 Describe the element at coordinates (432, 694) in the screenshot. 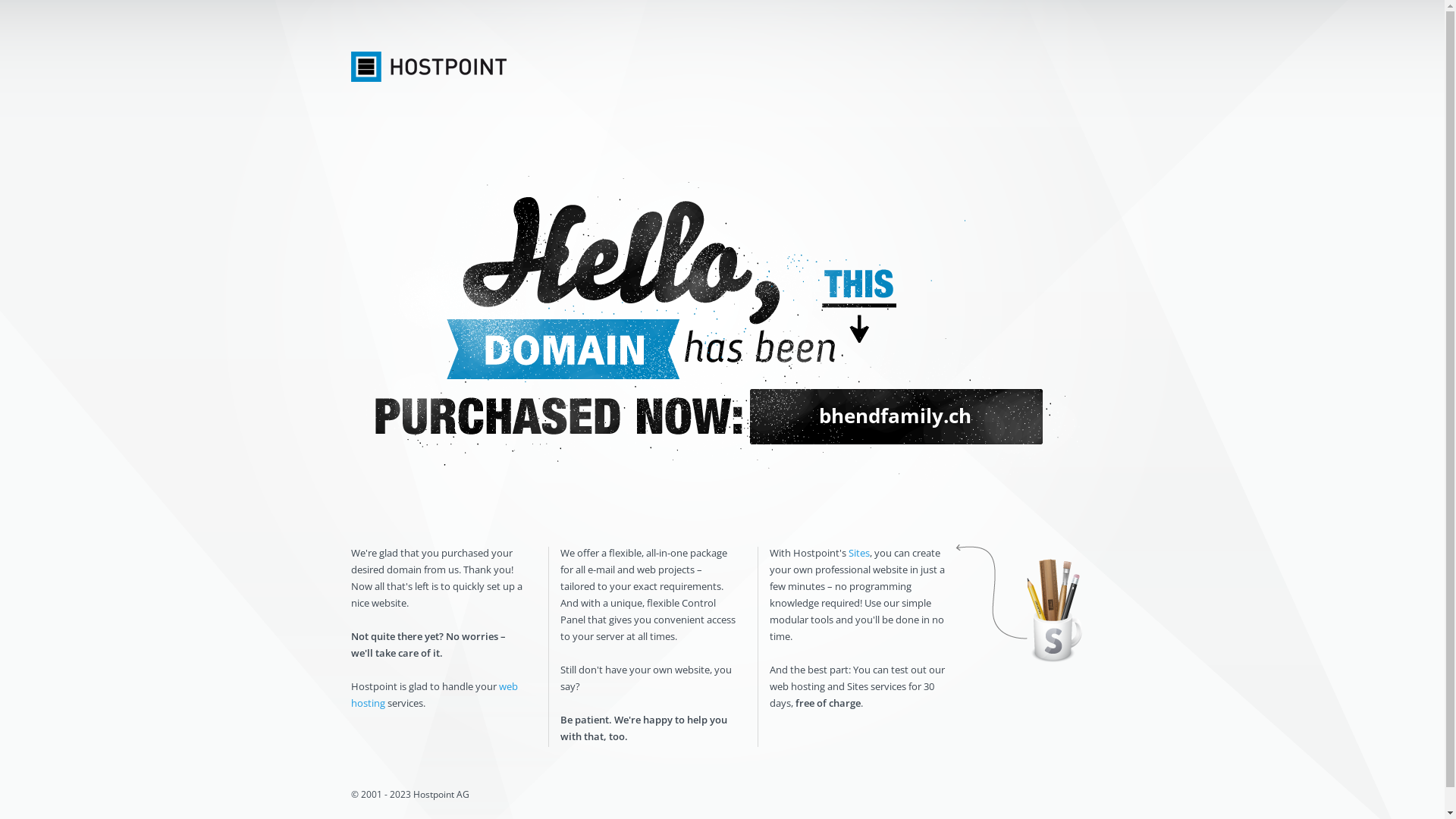

I see `'web hosting'` at that location.